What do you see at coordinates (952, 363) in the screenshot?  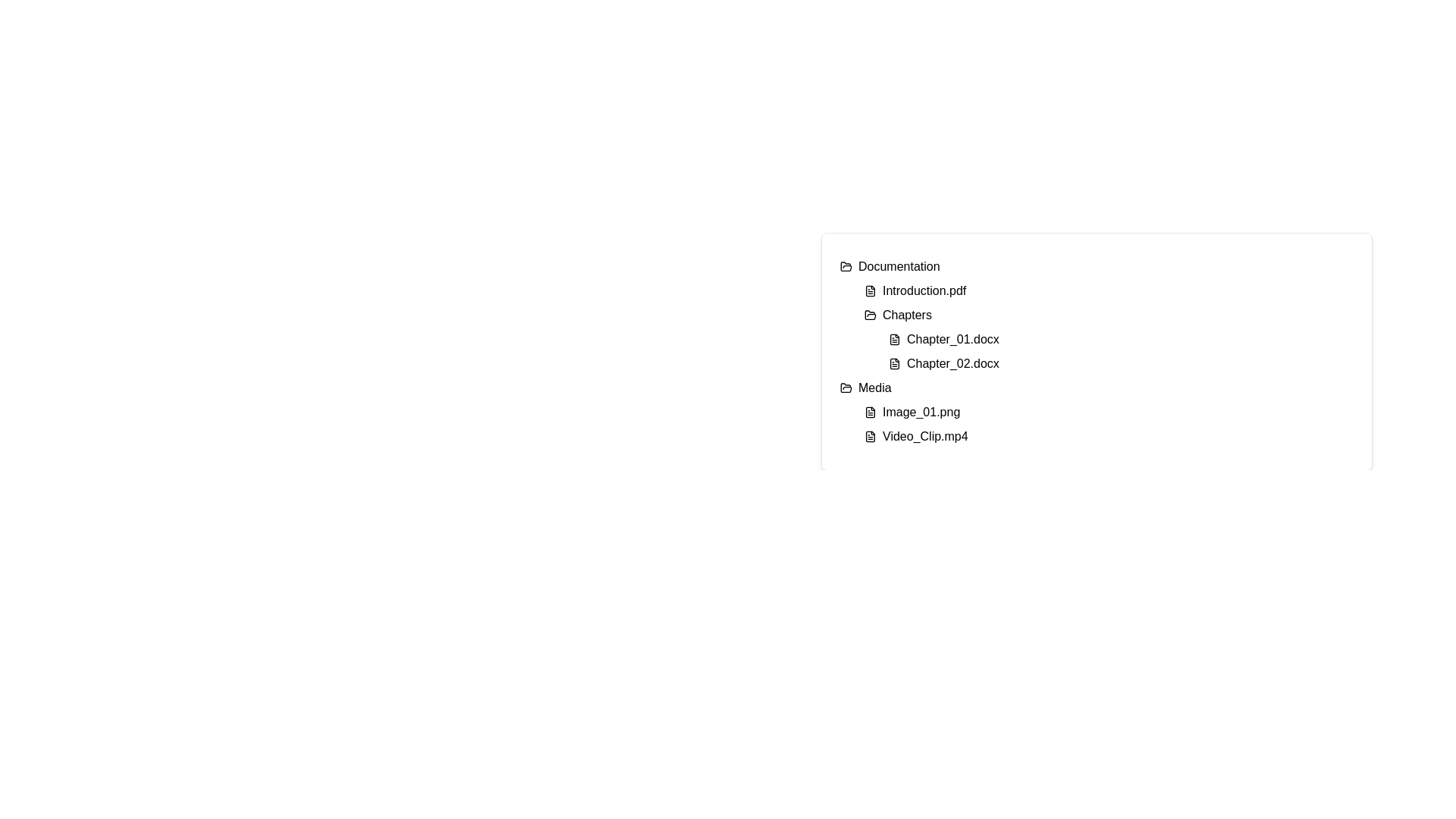 I see `the text label displaying 'Chapter_02.docx' by performing a single click on it` at bounding box center [952, 363].